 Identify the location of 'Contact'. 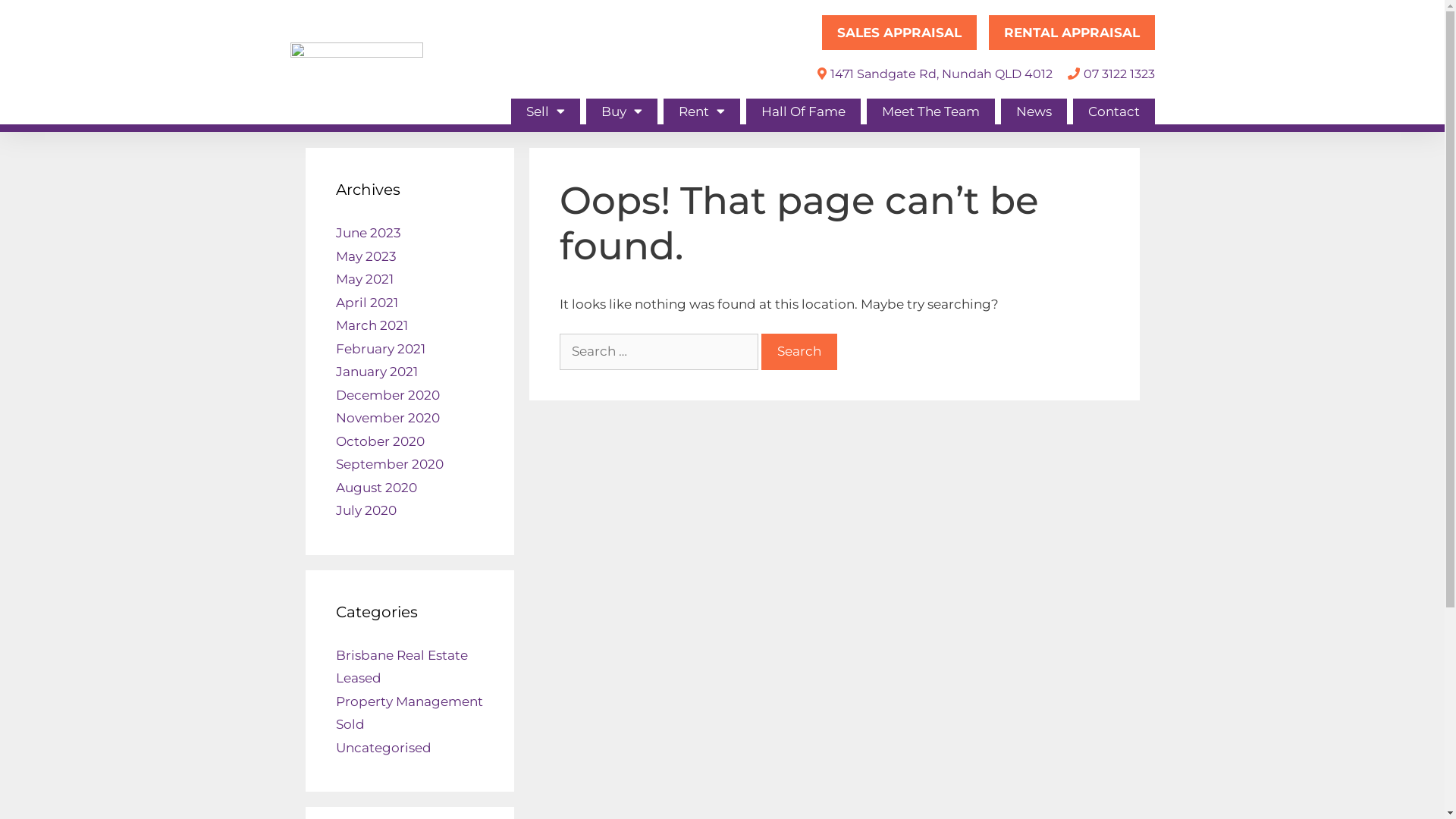
(1113, 110).